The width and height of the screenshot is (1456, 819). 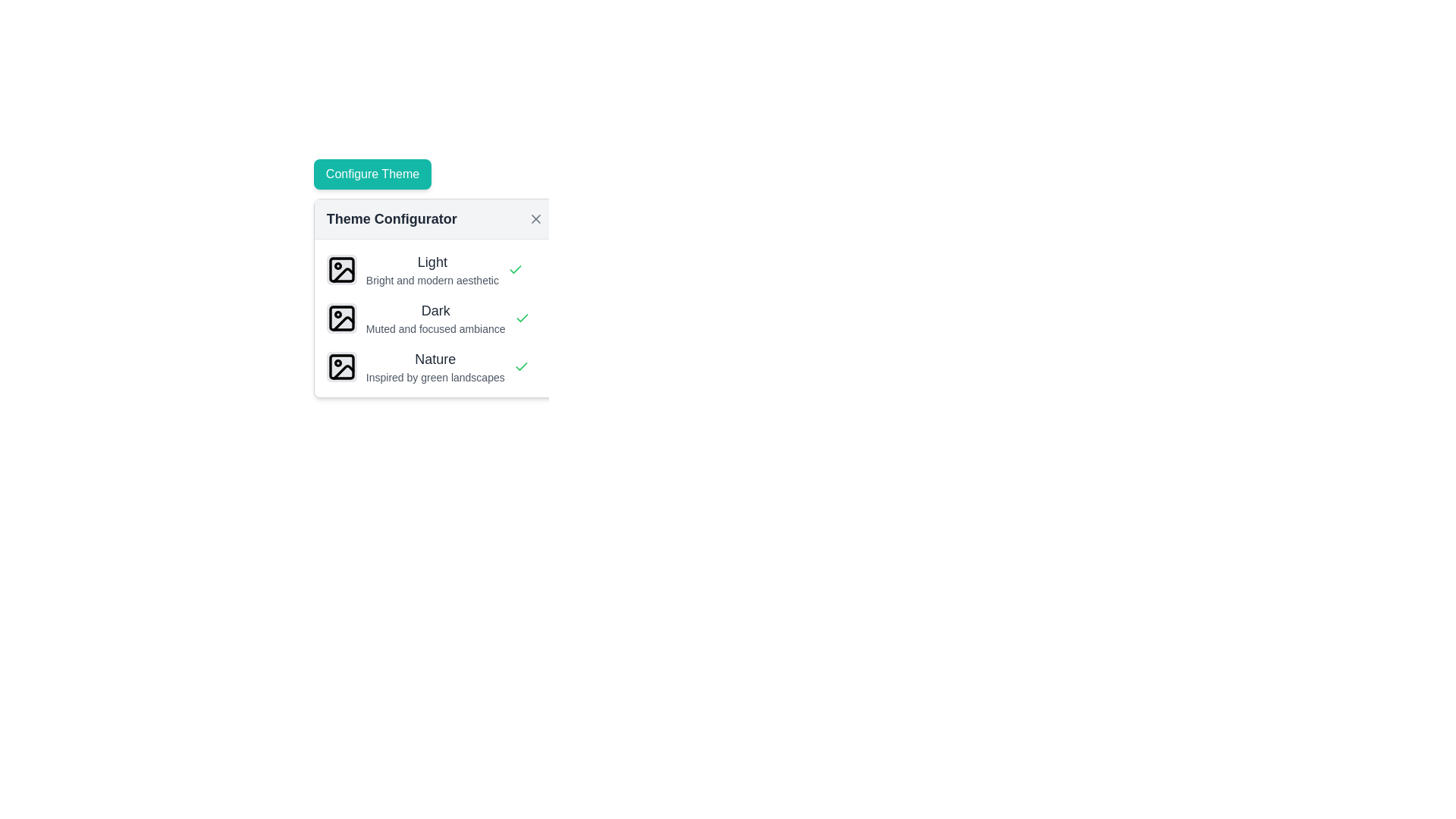 What do you see at coordinates (521, 366) in the screenshot?
I see `the last checkmark icon indicating the selected state of the 'Nature' theme option in the 'Theme Configurator' modal` at bounding box center [521, 366].